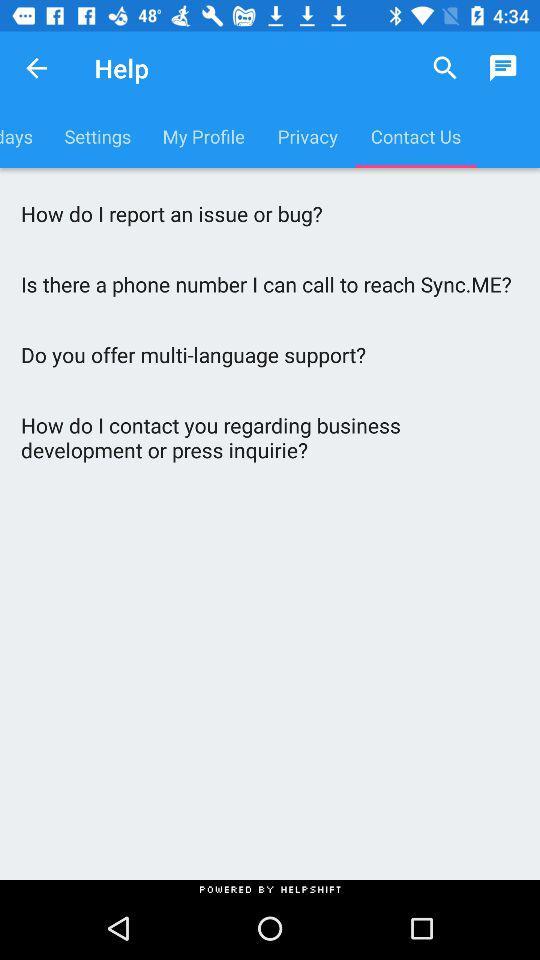 The width and height of the screenshot is (540, 960). What do you see at coordinates (270, 283) in the screenshot?
I see `is there a item` at bounding box center [270, 283].